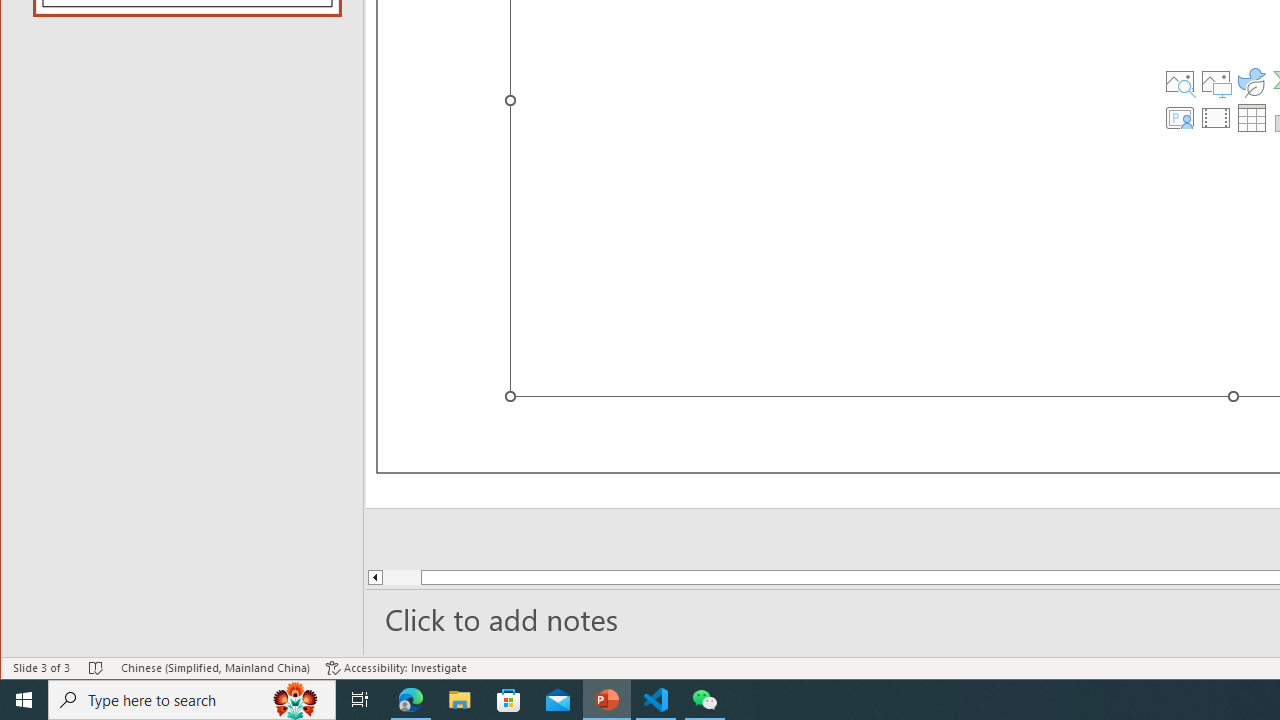 This screenshot has width=1280, height=720. Describe the element at coordinates (95, 668) in the screenshot. I see `'Spell Check No Errors'` at that location.